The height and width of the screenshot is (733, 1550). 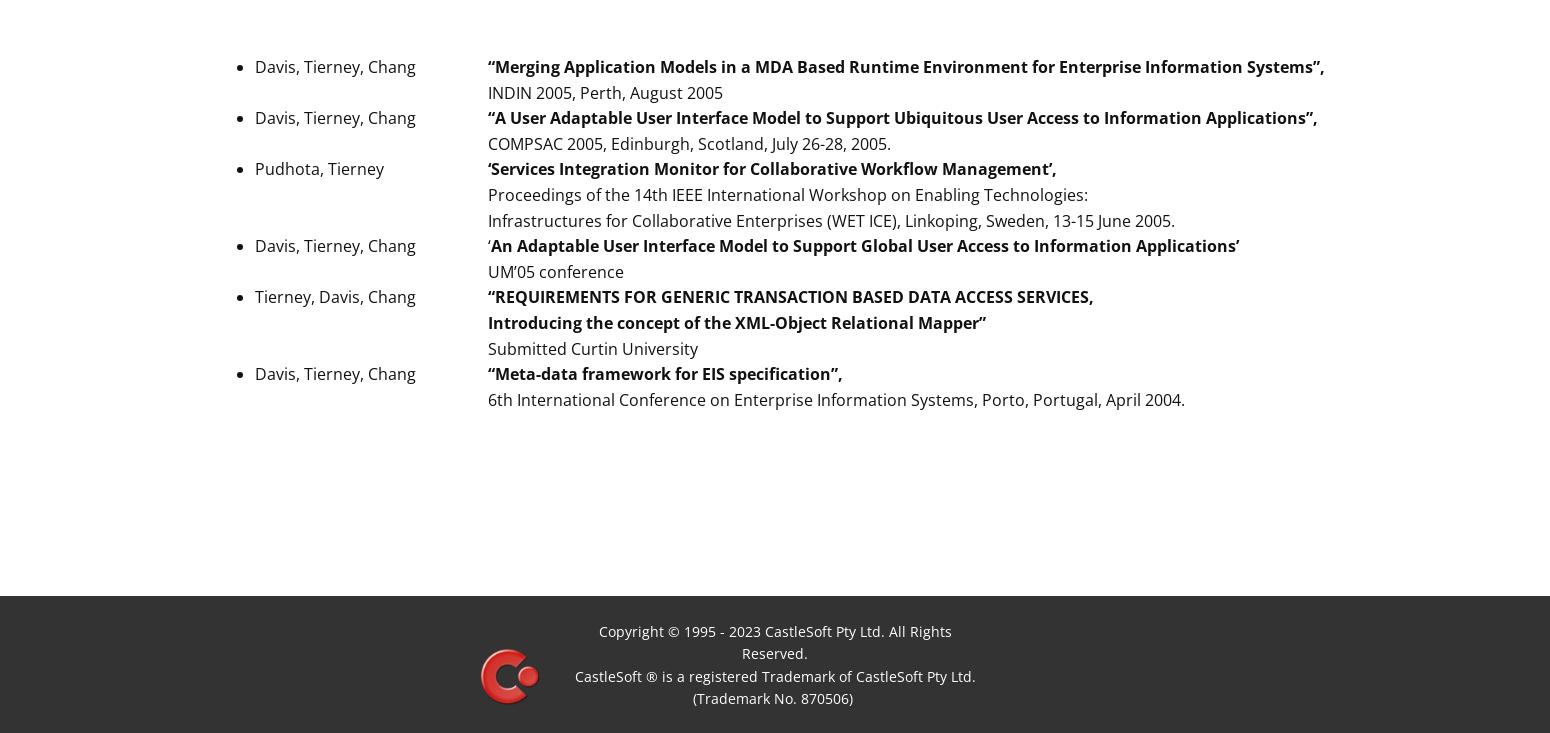 I want to click on 'Tierney, Davis, Chang', so click(x=254, y=296).